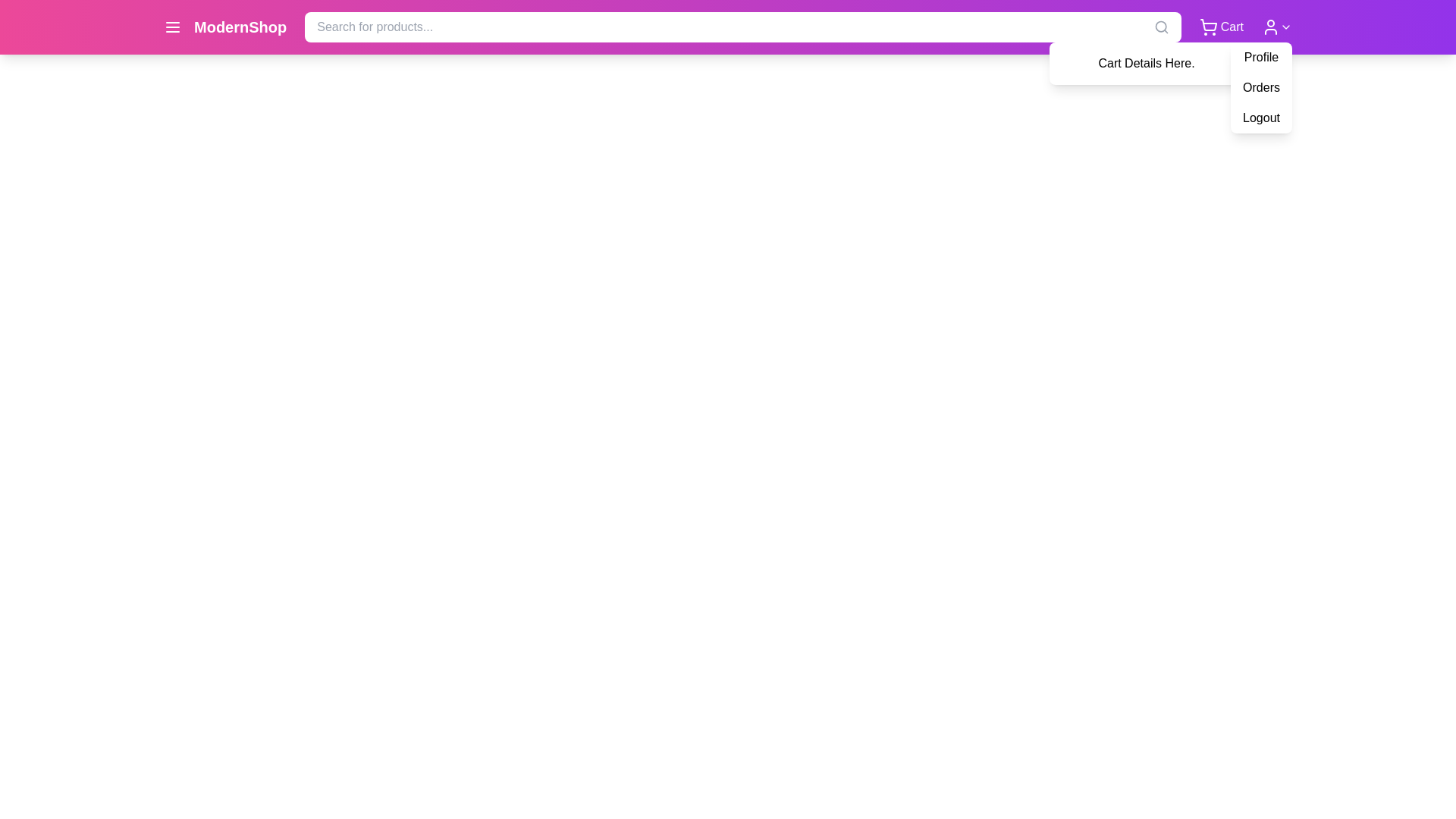 The width and height of the screenshot is (1456, 819). I want to click on the navigation menu button located at the far left of the top header bar, directly to the left of the text 'ModernShop', so click(172, 27).